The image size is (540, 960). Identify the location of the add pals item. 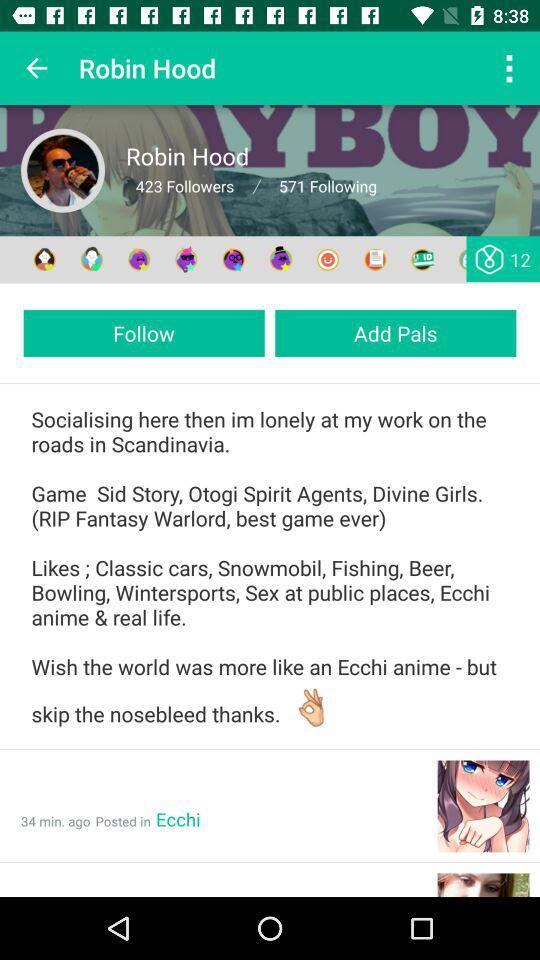
(395, 333).